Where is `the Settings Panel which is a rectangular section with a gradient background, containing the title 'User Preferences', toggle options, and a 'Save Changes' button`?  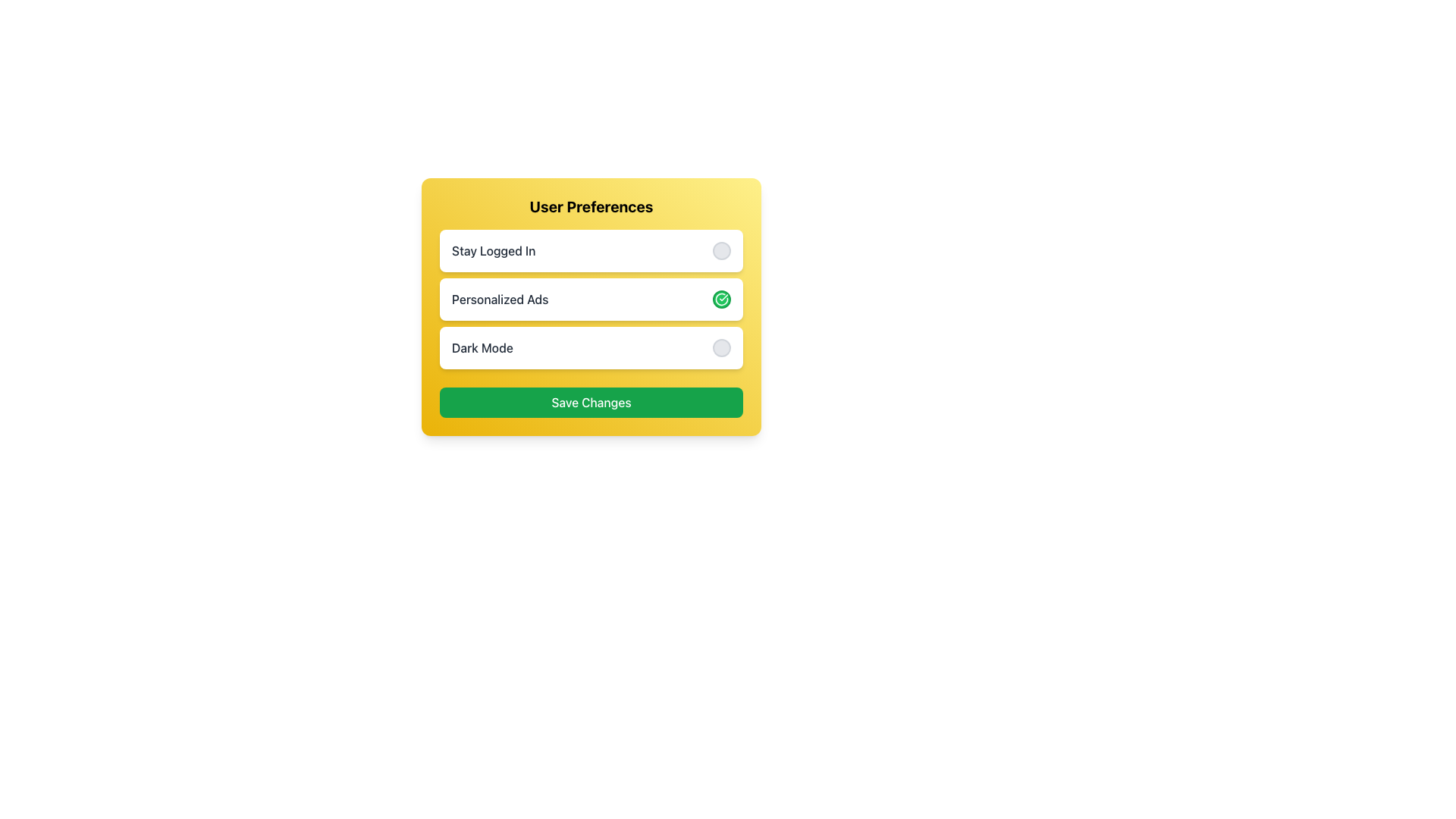 the Settings Panel which is a rectangular section with a gradient background, containing the title 'User Preferences', toggle options, and a 'Save Changes' button is located at coordinates (590, 307).